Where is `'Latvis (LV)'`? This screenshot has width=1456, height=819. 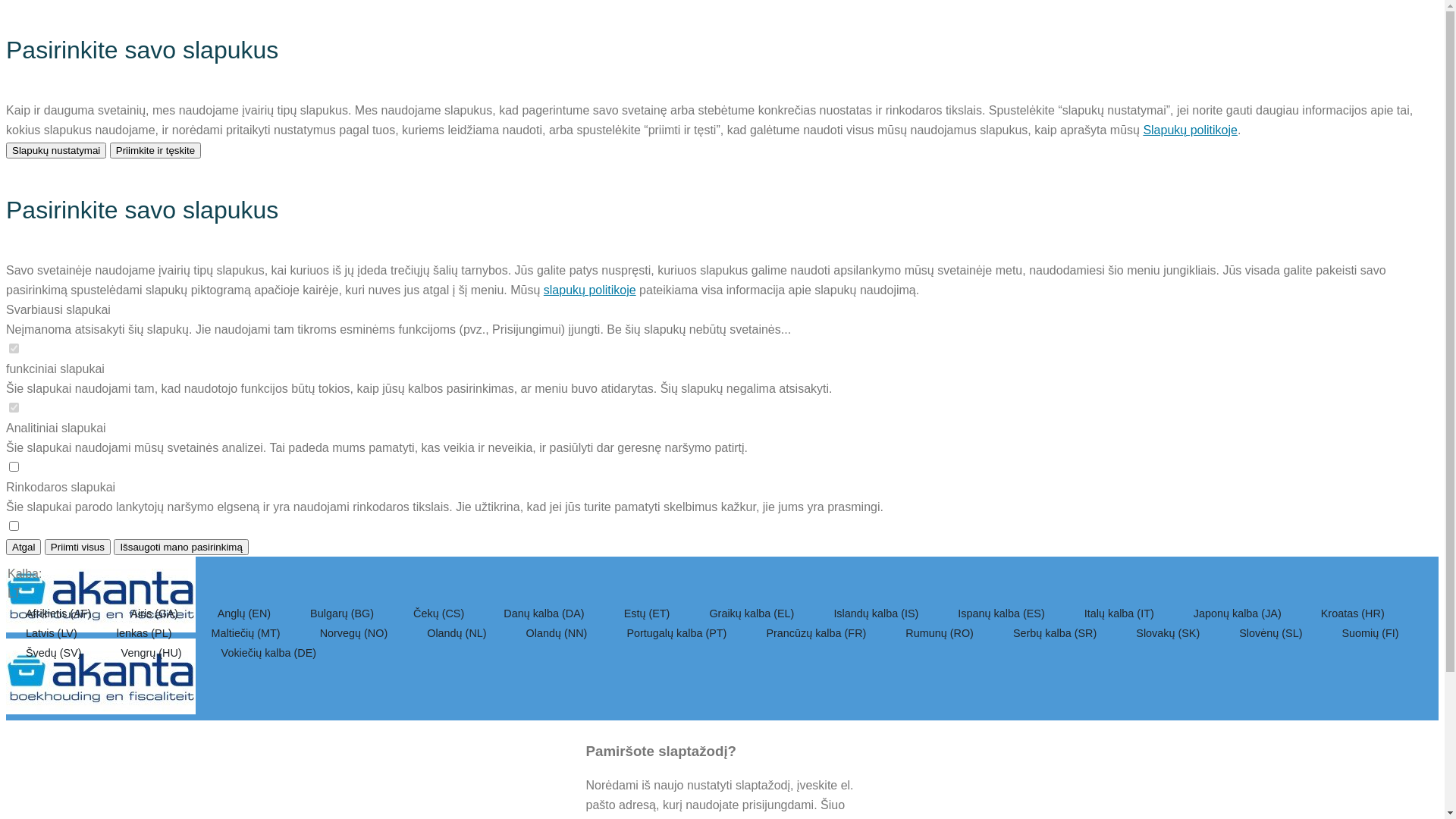
'Latvis (LV)' is located at coordinates (53, 632).